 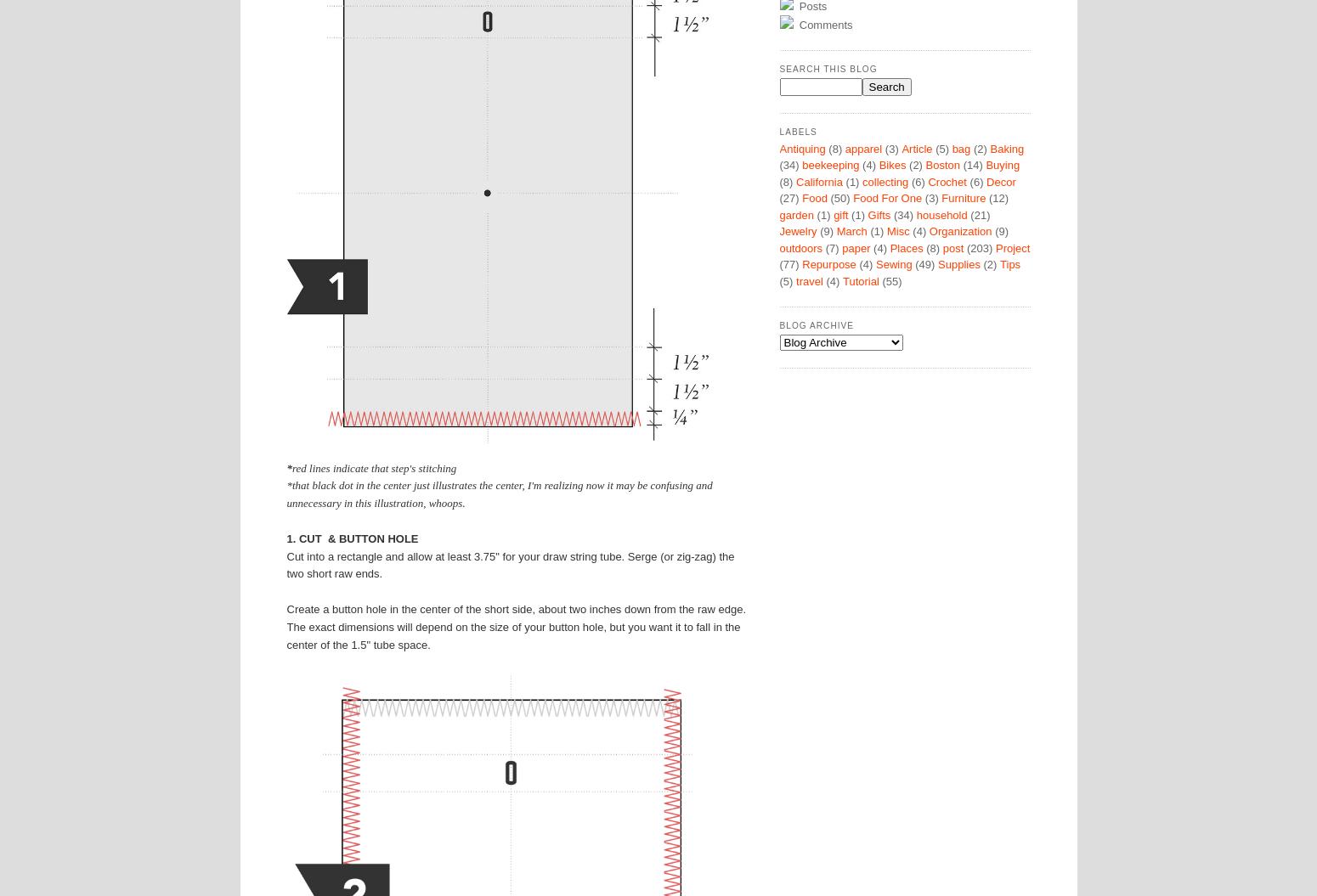 I want to click on '(14)', so click(x=971, y=164).